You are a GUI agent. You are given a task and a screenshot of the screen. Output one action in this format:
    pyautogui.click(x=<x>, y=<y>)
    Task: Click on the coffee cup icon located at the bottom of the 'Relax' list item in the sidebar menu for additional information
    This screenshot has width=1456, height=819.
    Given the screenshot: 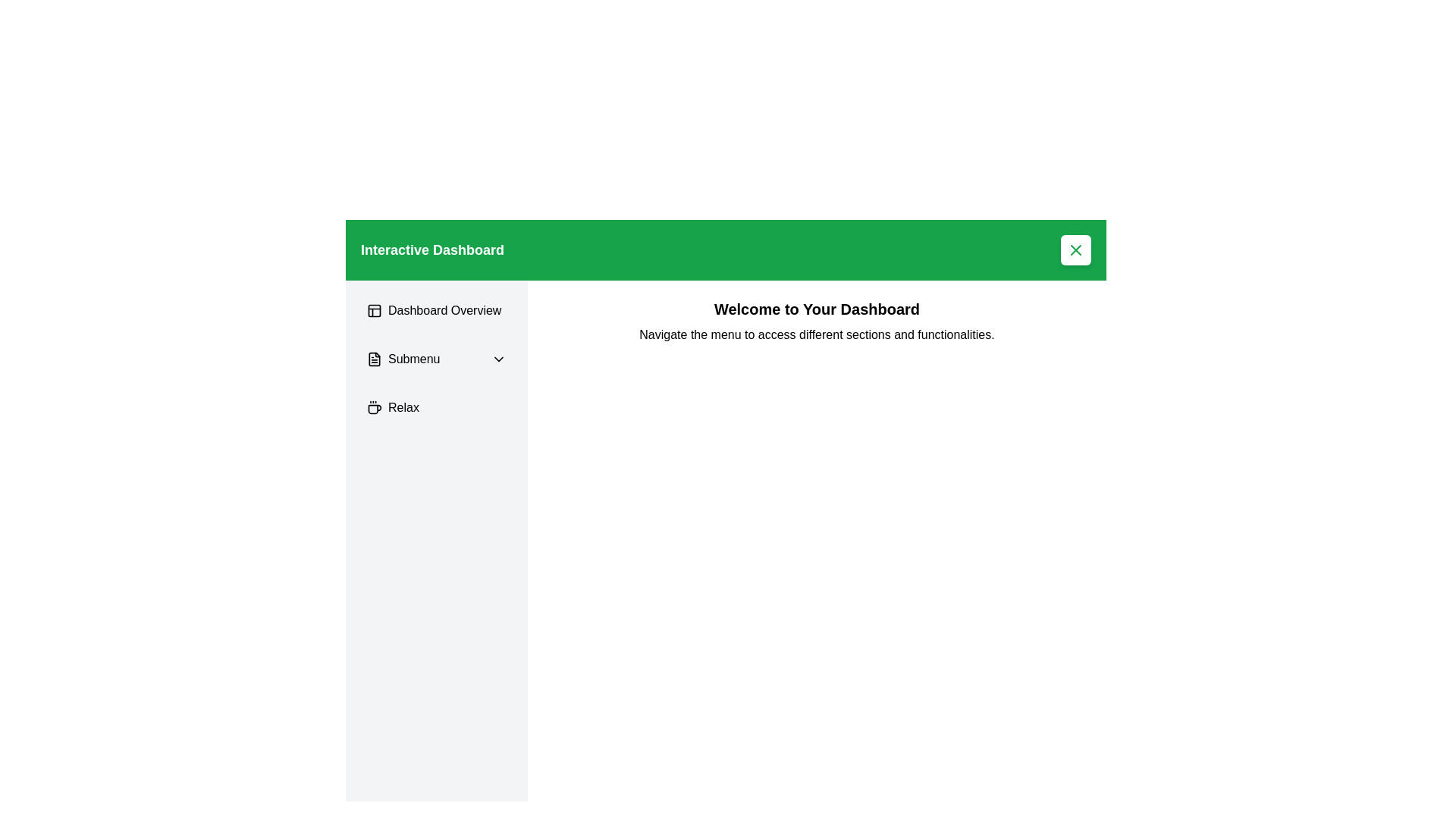 What is the action you would take?
    pyautogui.click(x=375, y=409)
    